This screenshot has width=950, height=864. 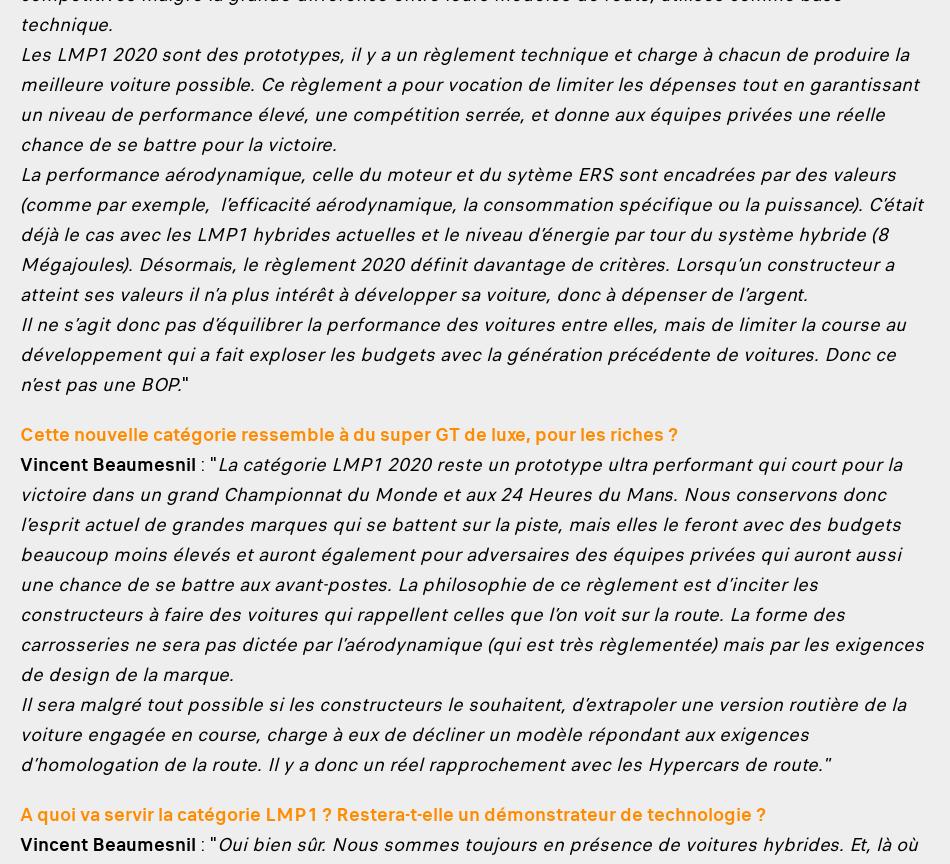 I want to click on 'La catégorie LMP1 2020 reste un prototype ultra performant qui court pour la victoire dans un grand Championnat du Monde et aux 24 Heures du Mans. Nous conservons donc l’esprit actuel de grandes marques qui se battent sur la piste, mais elles le feront avec des budgets beaucoup moins élevés et auront également pour adversaires des équipes privées qui auront aussi une chance de se battre aux avant-postes. La philosophie de ce règlement est d’inciter les constructeurs à faire des voitures qui rappellent celles que l’on voit sur la route. La forme des carrosseries ne sera pas dictée par l’aérodynamique (qui est très règlementée) mais par les exigences de design de la marque.', so click(x=470, y=568).